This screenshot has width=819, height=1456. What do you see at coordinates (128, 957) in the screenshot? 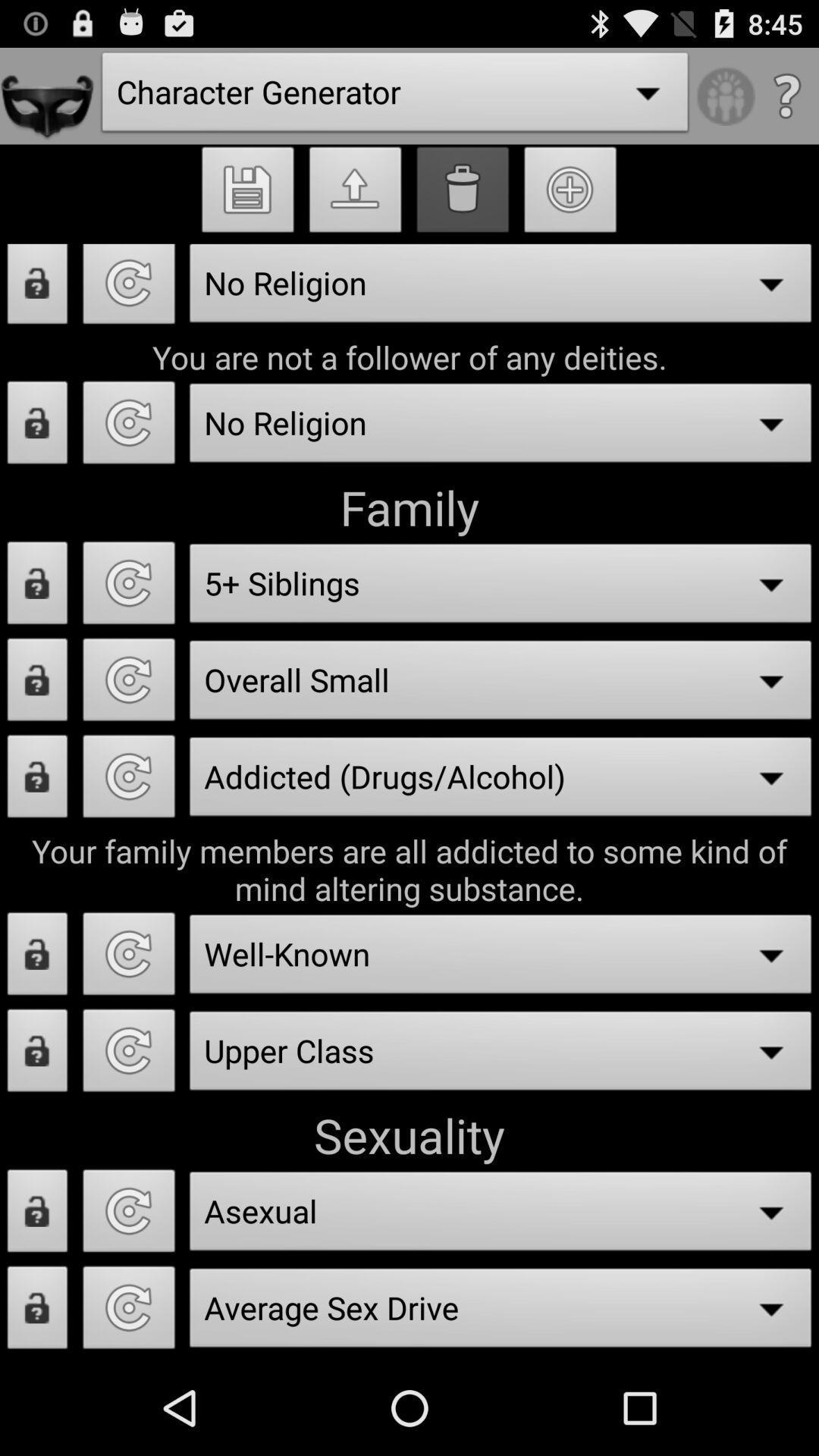
I see `refresh the option` at bounding box center [128, 957].